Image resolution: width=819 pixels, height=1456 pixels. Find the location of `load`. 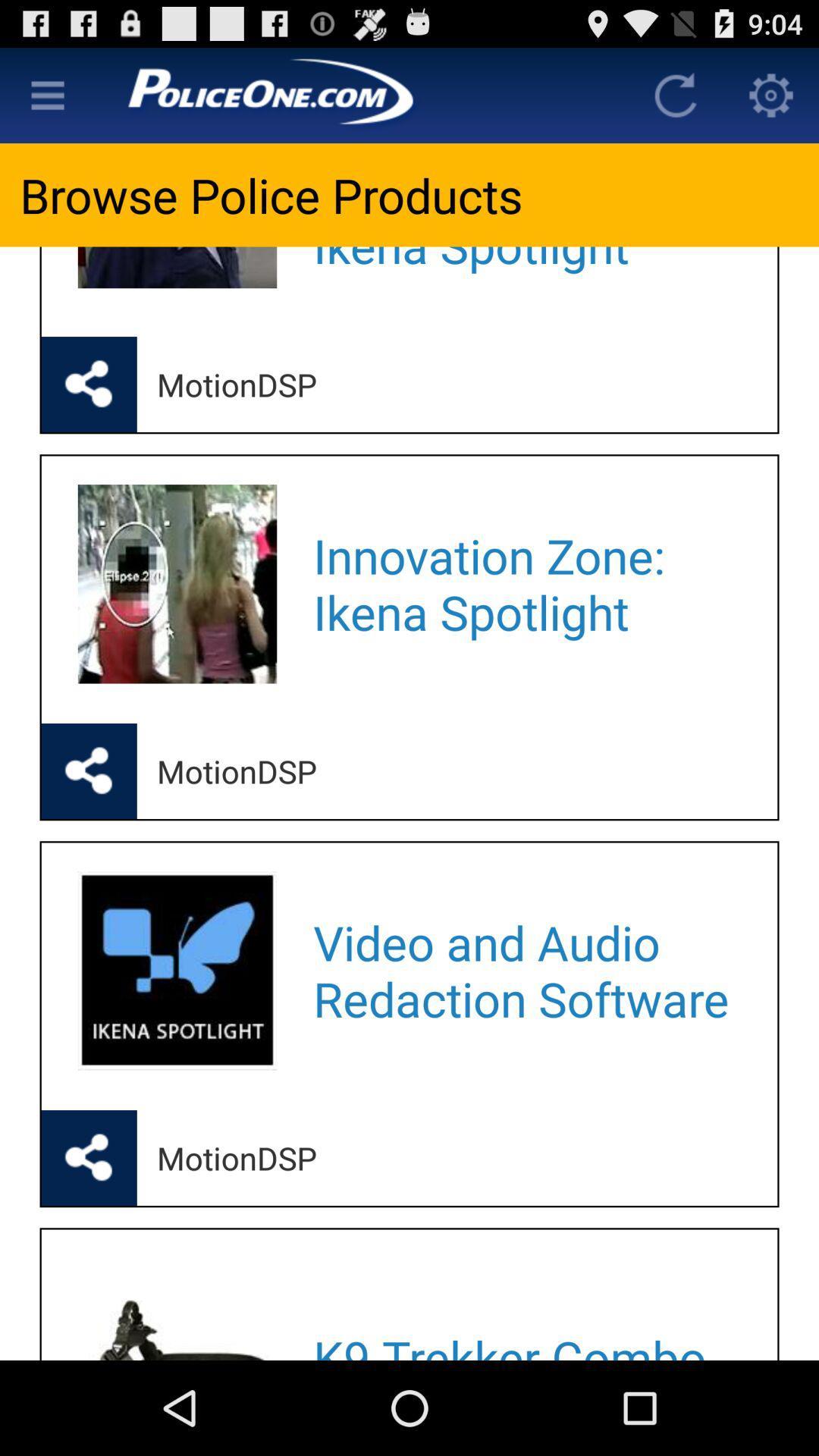

load is located at coordinates (675, 94).